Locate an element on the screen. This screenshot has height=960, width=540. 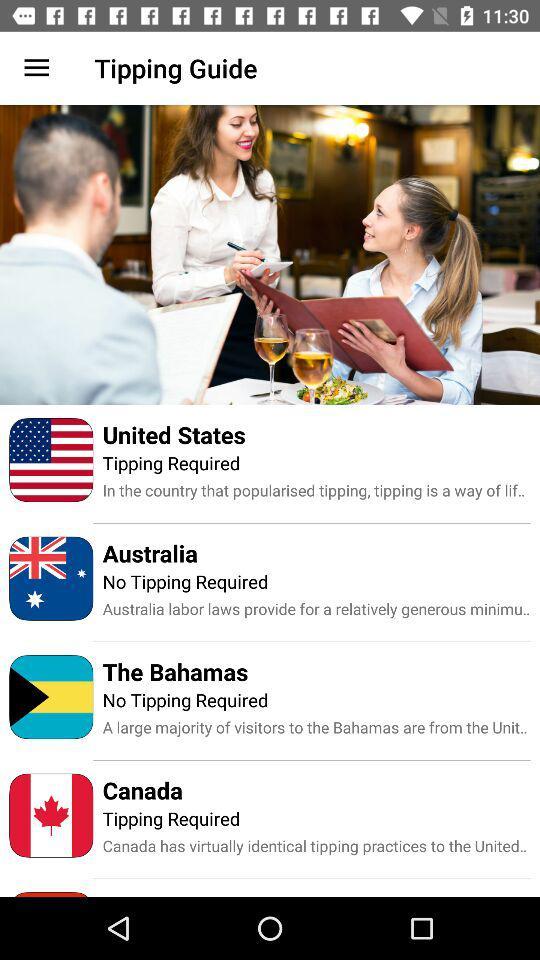
the icon to the left of the tipping guide icon is located at coordinates (36, 68).